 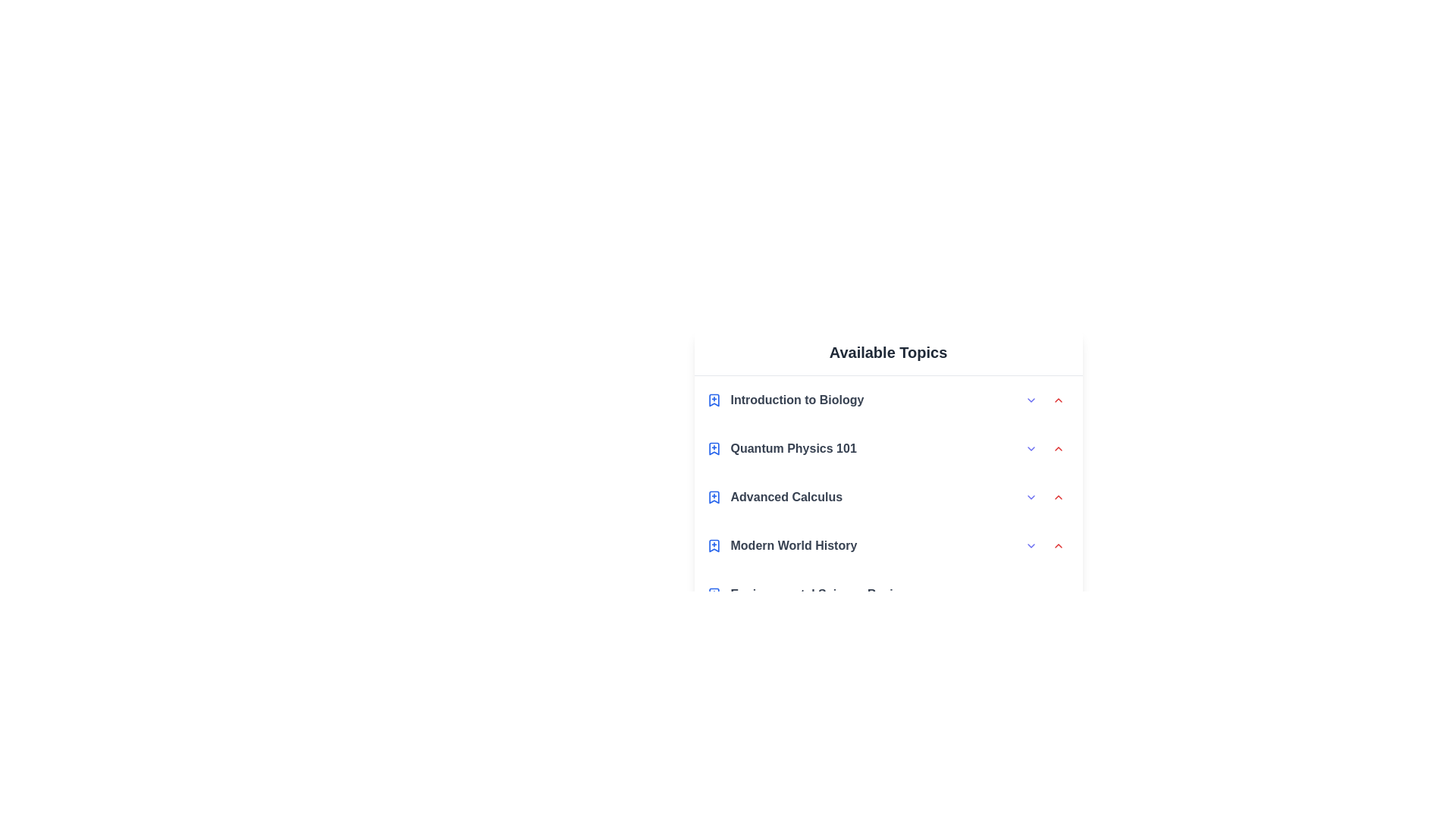 I want to click on the topic Quantum Physics 101 to highlight it, so click(x=888, y=447).